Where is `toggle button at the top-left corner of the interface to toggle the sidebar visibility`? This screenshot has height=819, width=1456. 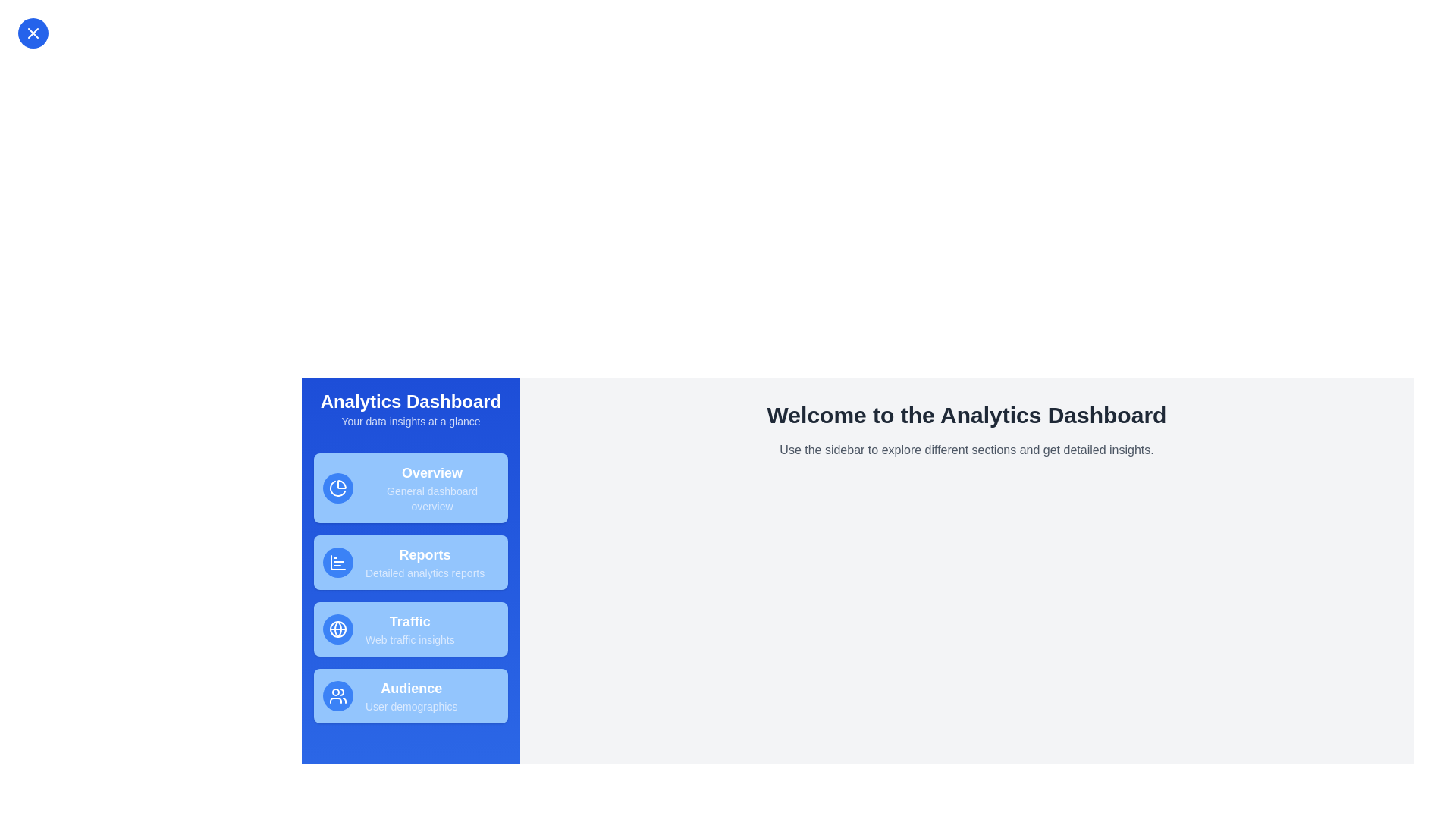
toggle button at the top-left corner of the interface to toggle the sidebar visibility is located at coordinates (33, 33).